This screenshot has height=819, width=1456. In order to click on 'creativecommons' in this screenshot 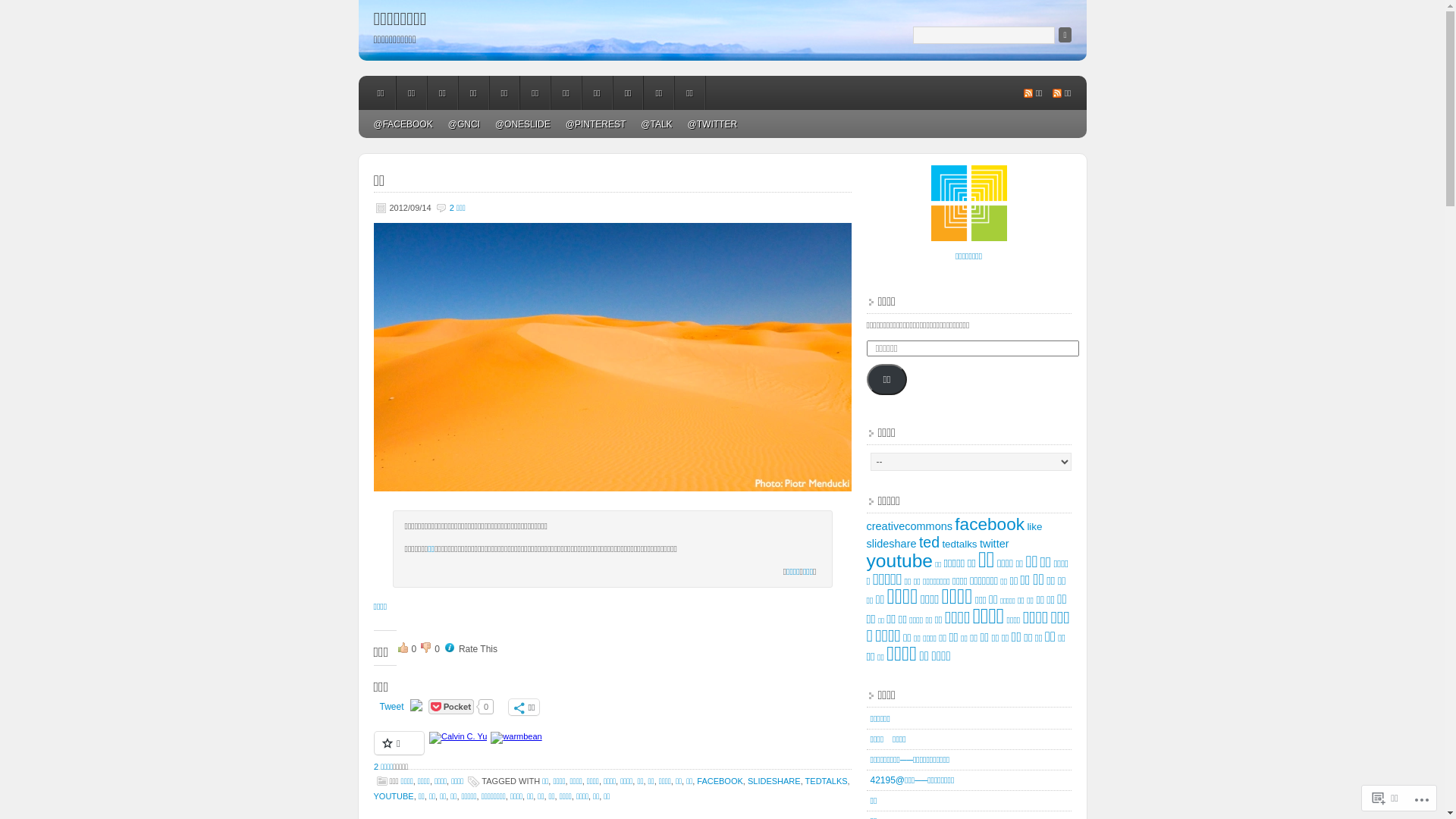, I will do `click(909, 526)`.